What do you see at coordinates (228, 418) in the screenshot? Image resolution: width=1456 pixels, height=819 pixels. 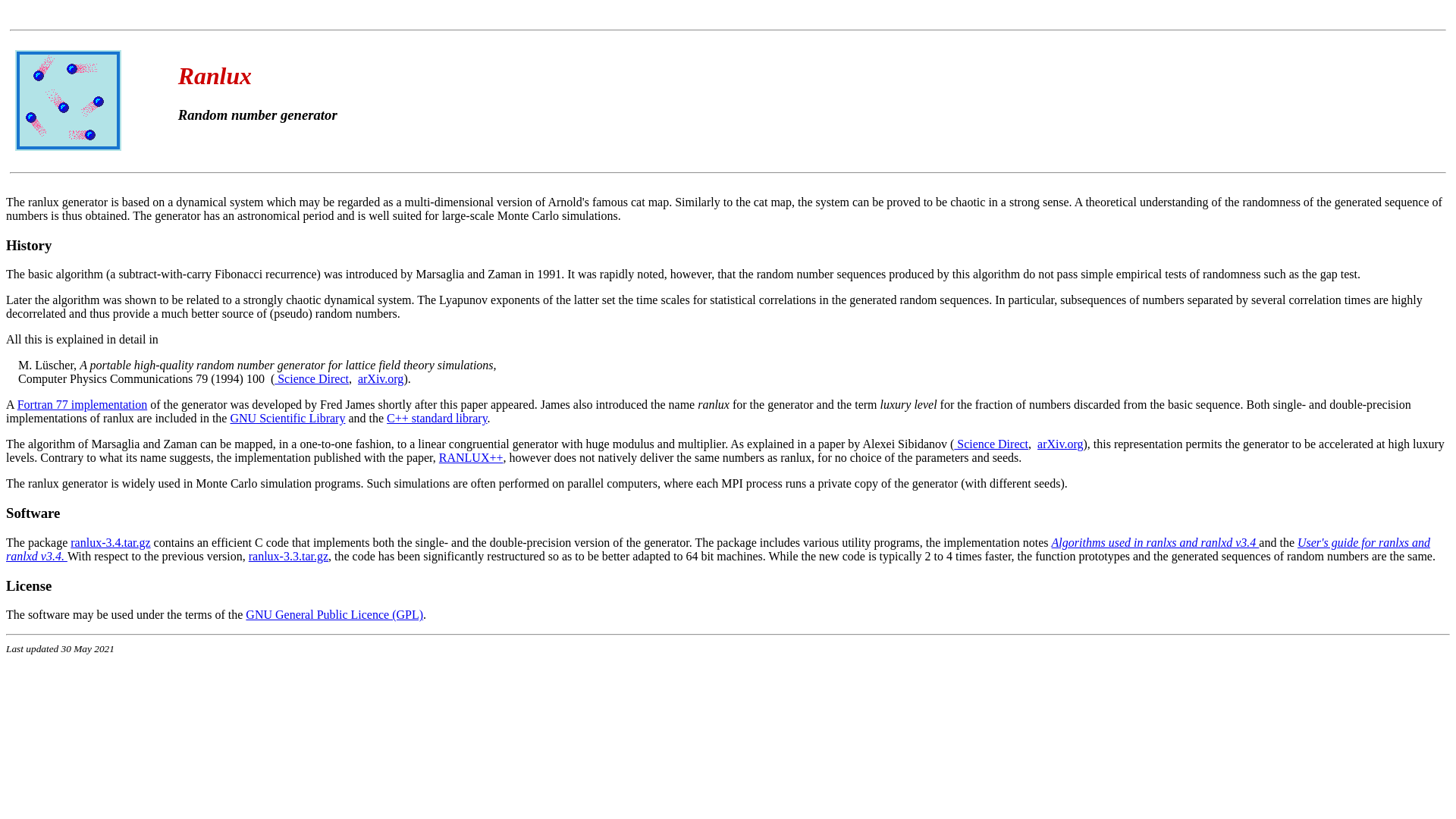 I see `'GNU Scientific Library'` at bounding box center [228, 418].